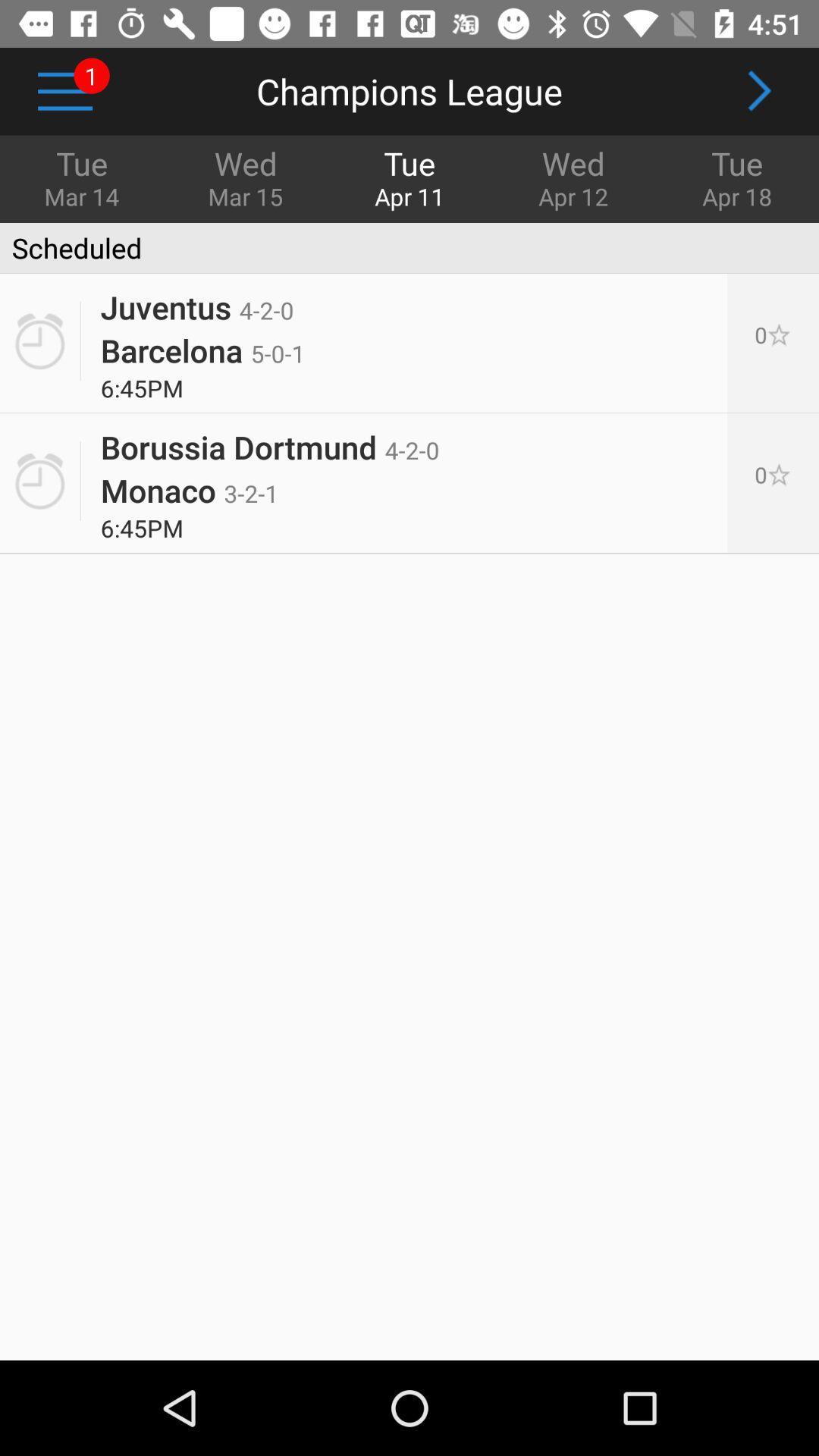 This screenshot has height=1456, width=819. What do you see at coordinates (245, 177) in the screenshot?
I see `the icon below the champions league item` at bounding box center [245, 177].